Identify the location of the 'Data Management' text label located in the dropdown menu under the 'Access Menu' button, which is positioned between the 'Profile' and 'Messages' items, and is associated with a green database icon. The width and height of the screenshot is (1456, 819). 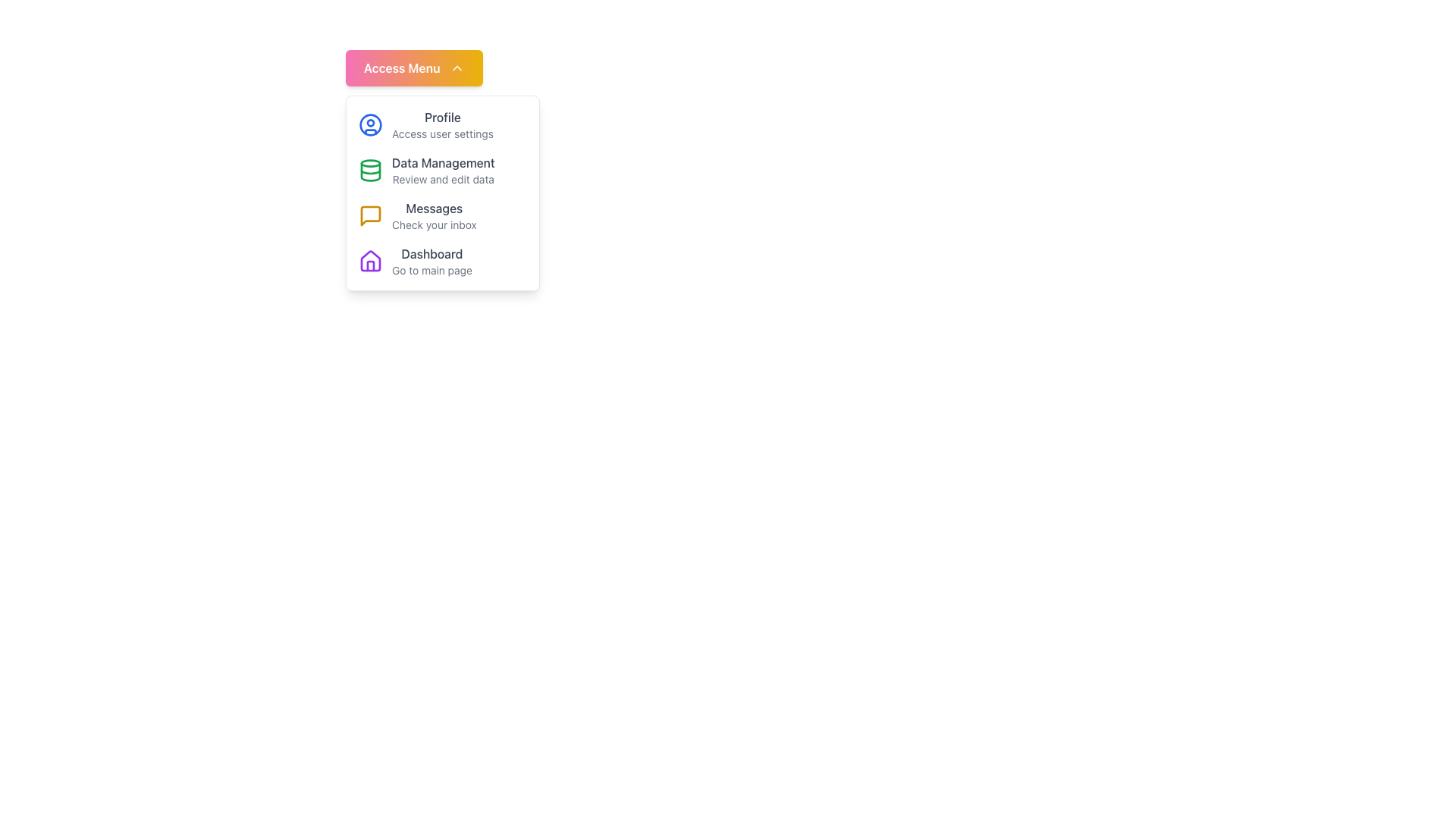
(442, 170).